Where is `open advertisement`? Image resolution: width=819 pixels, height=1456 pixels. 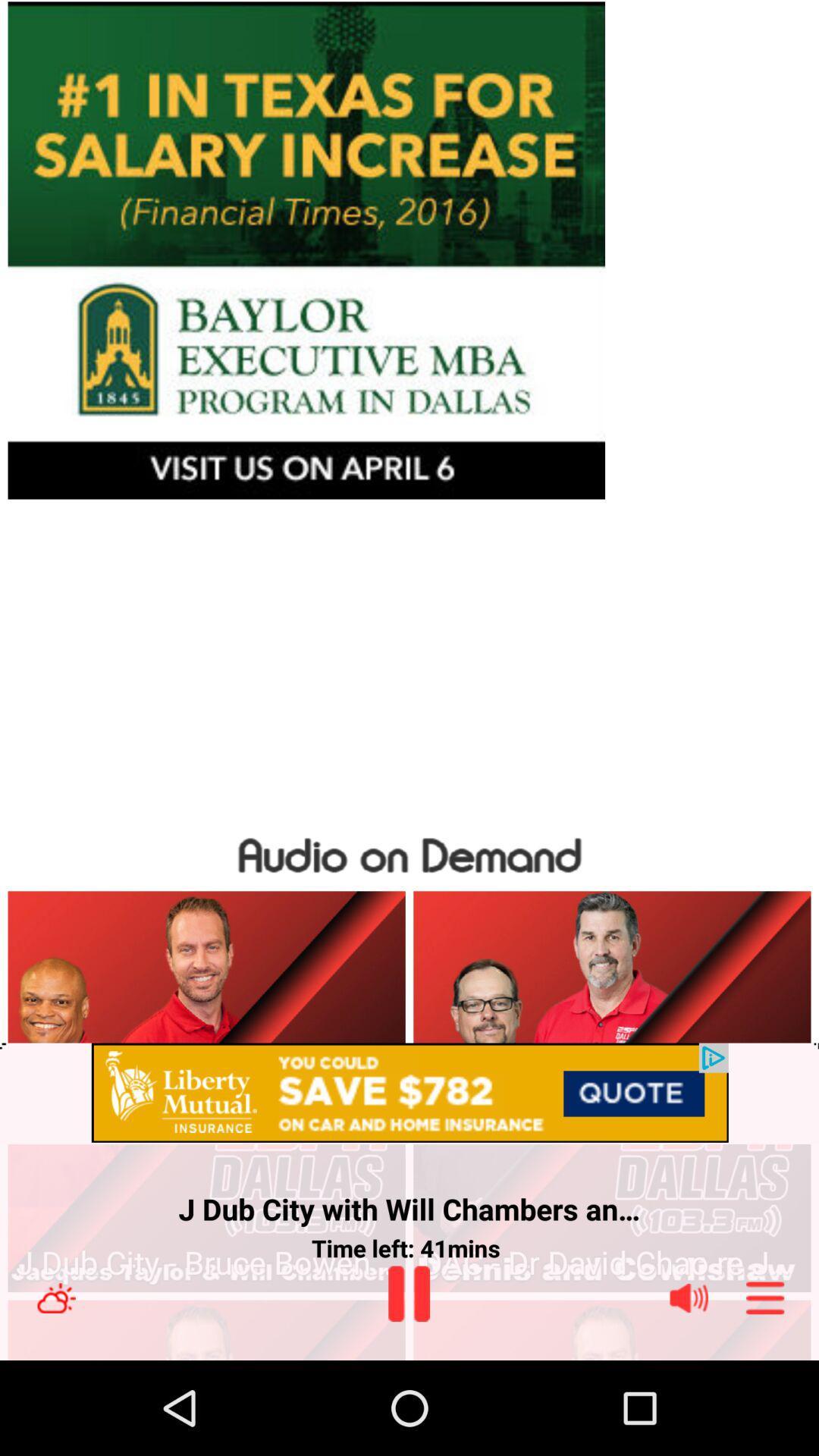 open advertisement is located at coordinates (409, 1094).